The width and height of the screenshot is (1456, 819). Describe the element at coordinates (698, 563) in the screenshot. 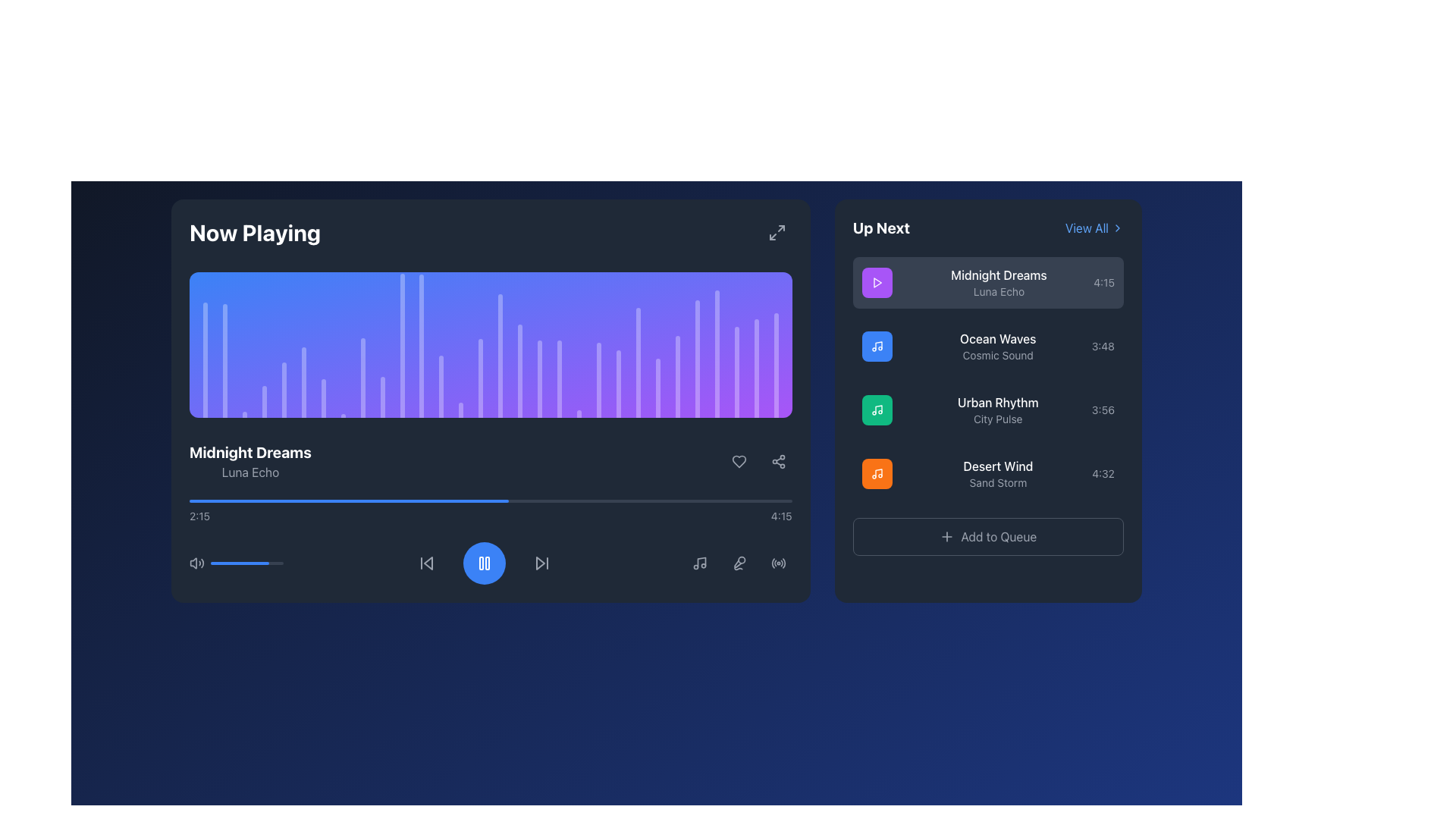

I see `the musical themed icon button located in the bottom center of the main media control bar, to the immediate right of the central play/pause button` at that location.